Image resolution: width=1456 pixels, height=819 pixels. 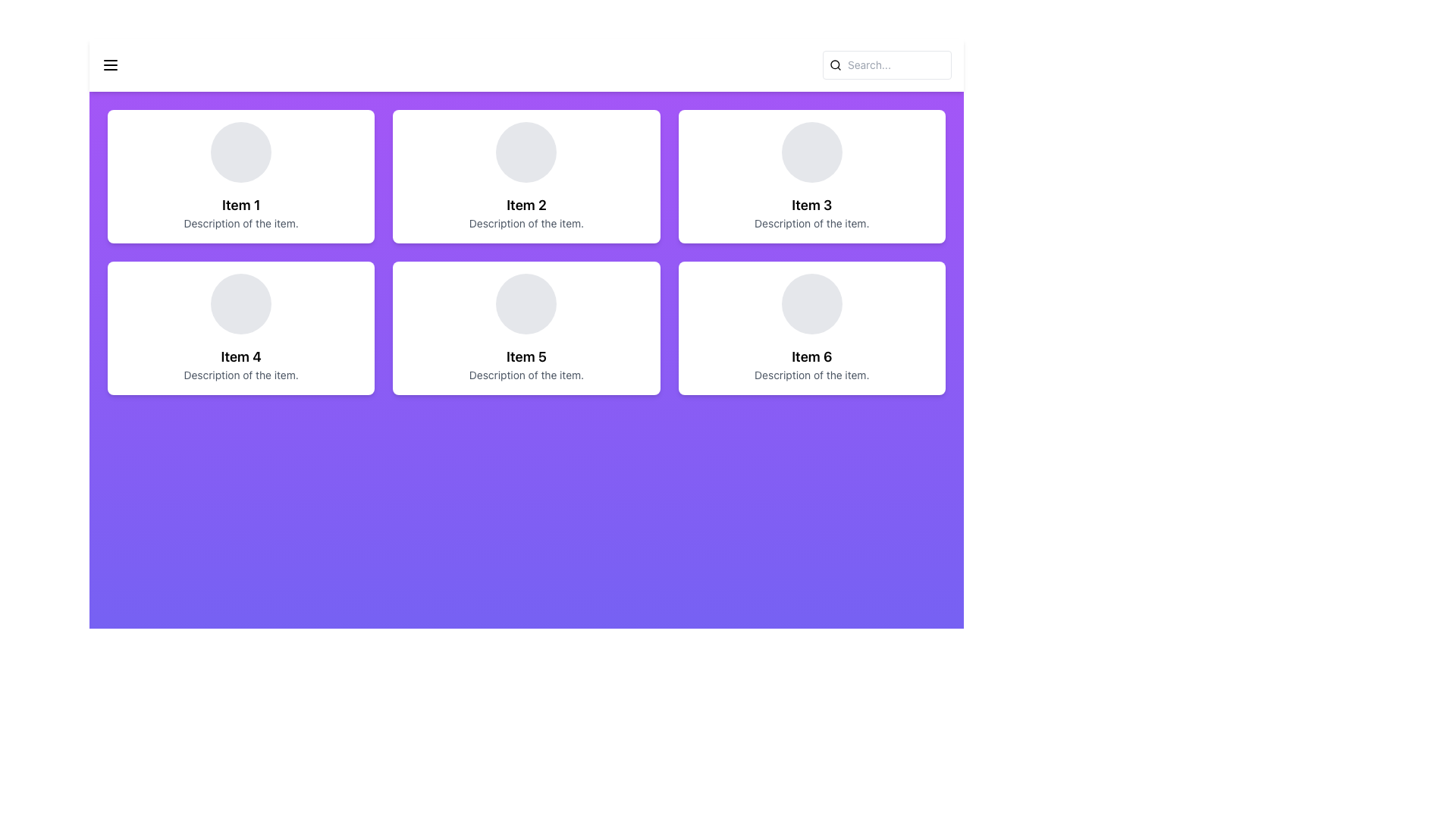 What do you see at coordinates (835, 64) in the screenshot?
I see `the search icon represented by a magnifying glass outline, located near the left edge of the search bar labeled 'Search...'` at bounding box center [835, 64].